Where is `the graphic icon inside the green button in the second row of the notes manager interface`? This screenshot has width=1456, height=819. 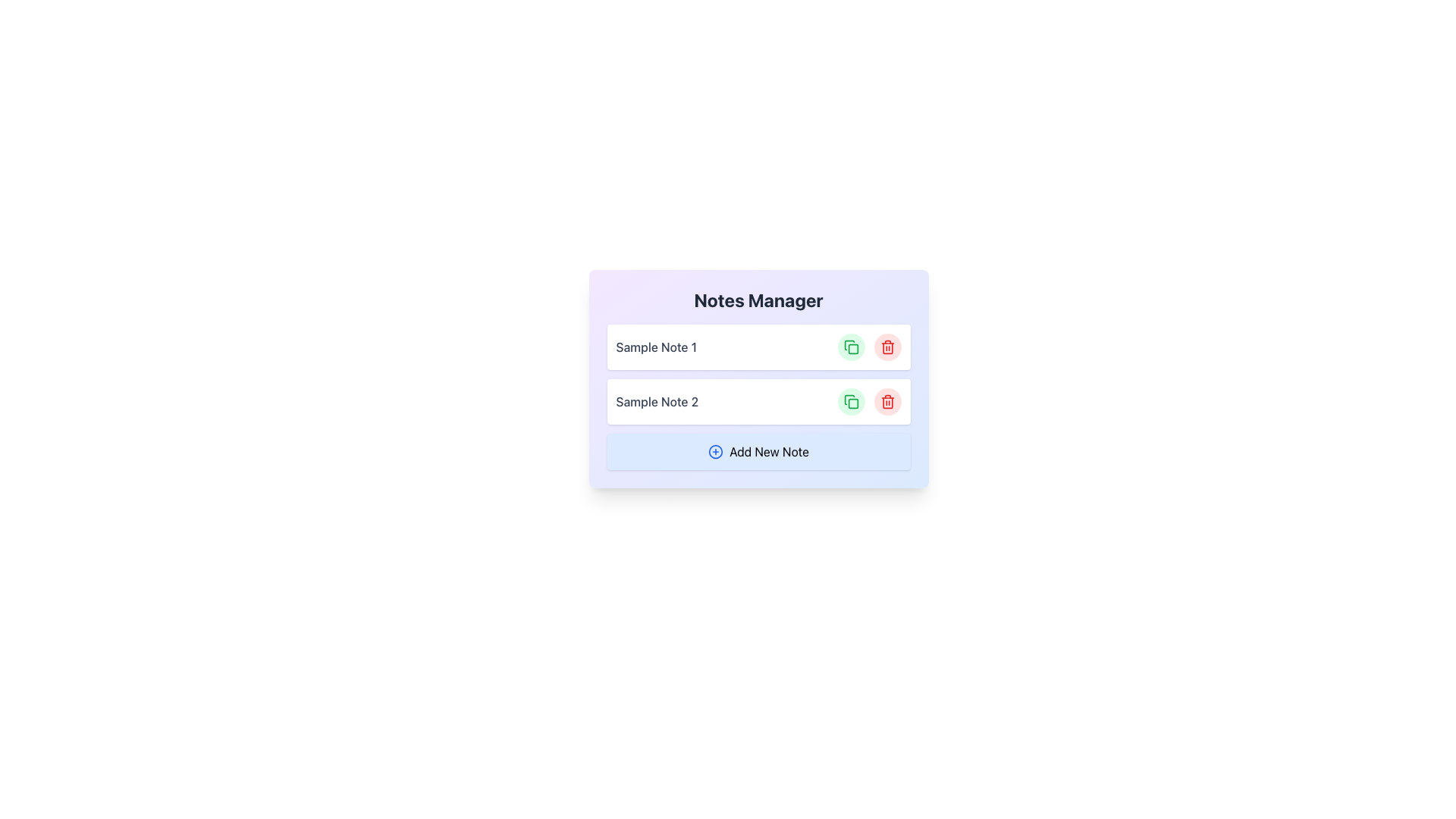 the graphic icon inside the green button in the second row of the notes manager interface is located at coordinates (852, 403).